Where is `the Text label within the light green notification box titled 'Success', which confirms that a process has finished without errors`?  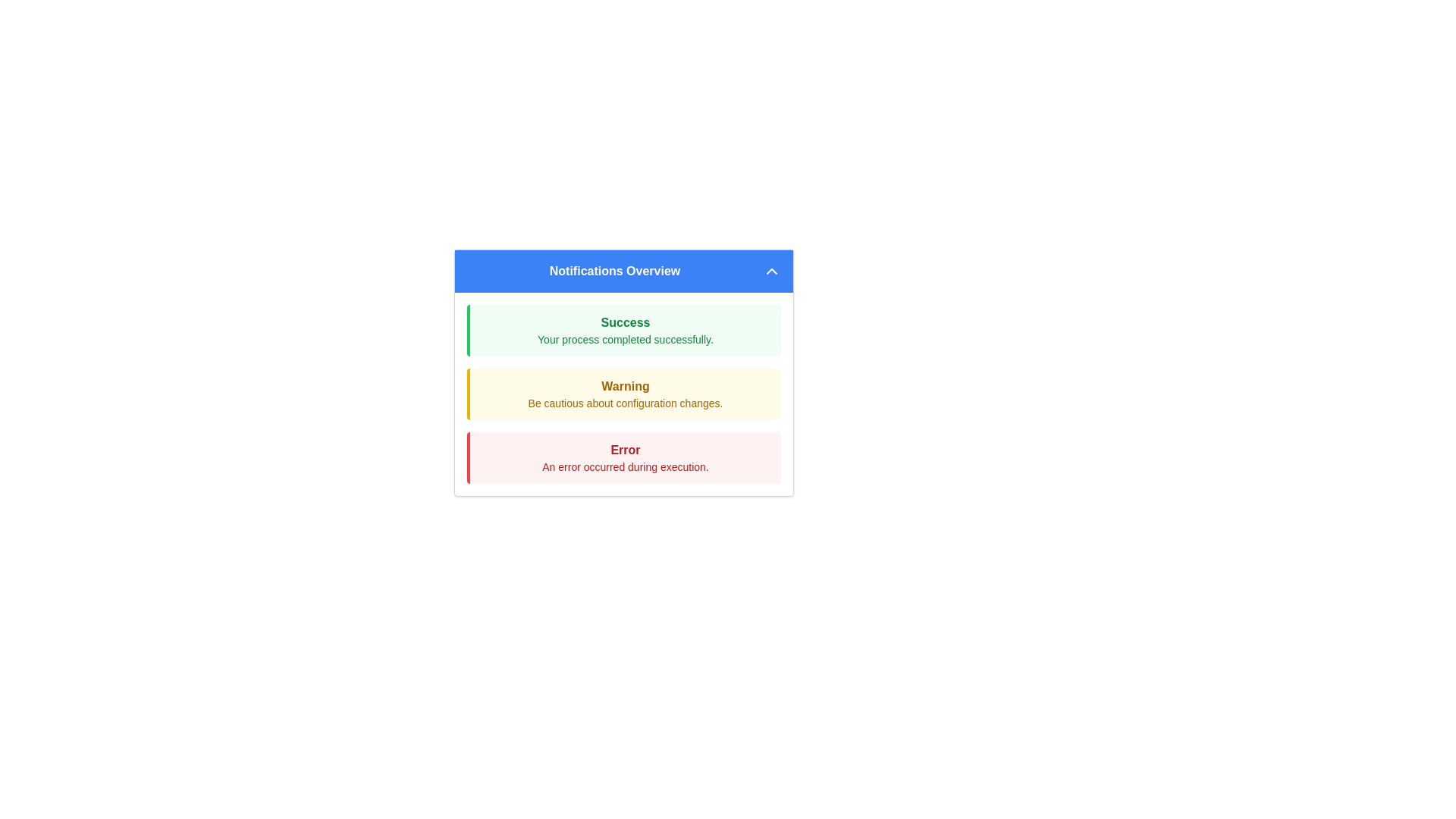
the Text label within the light green notification box titled 'Success', which confirms that a process has finished without errors is located at coordinates (626, 338).